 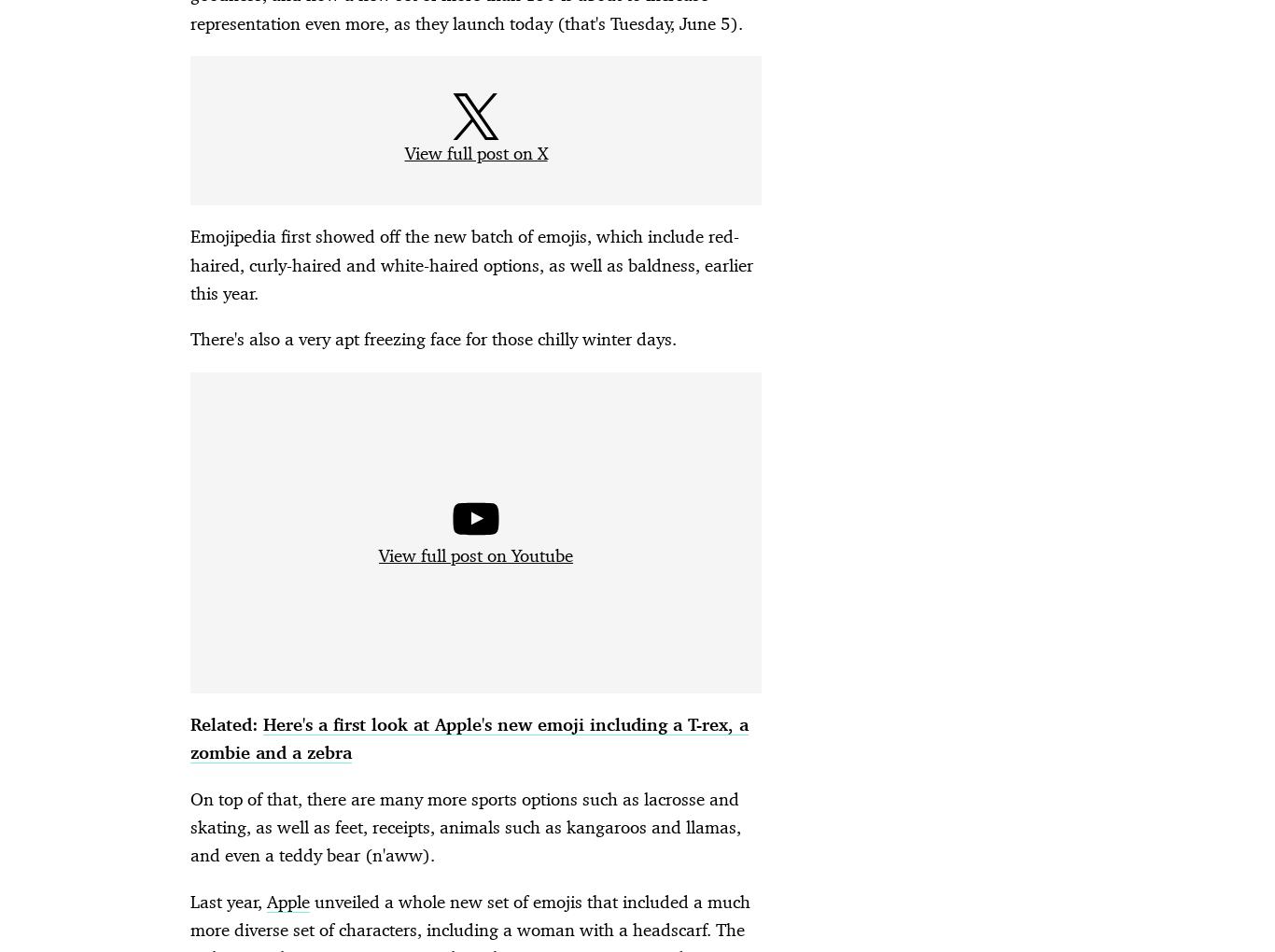 I want to click on 'Doctor Who', so click(x=410, y=903).